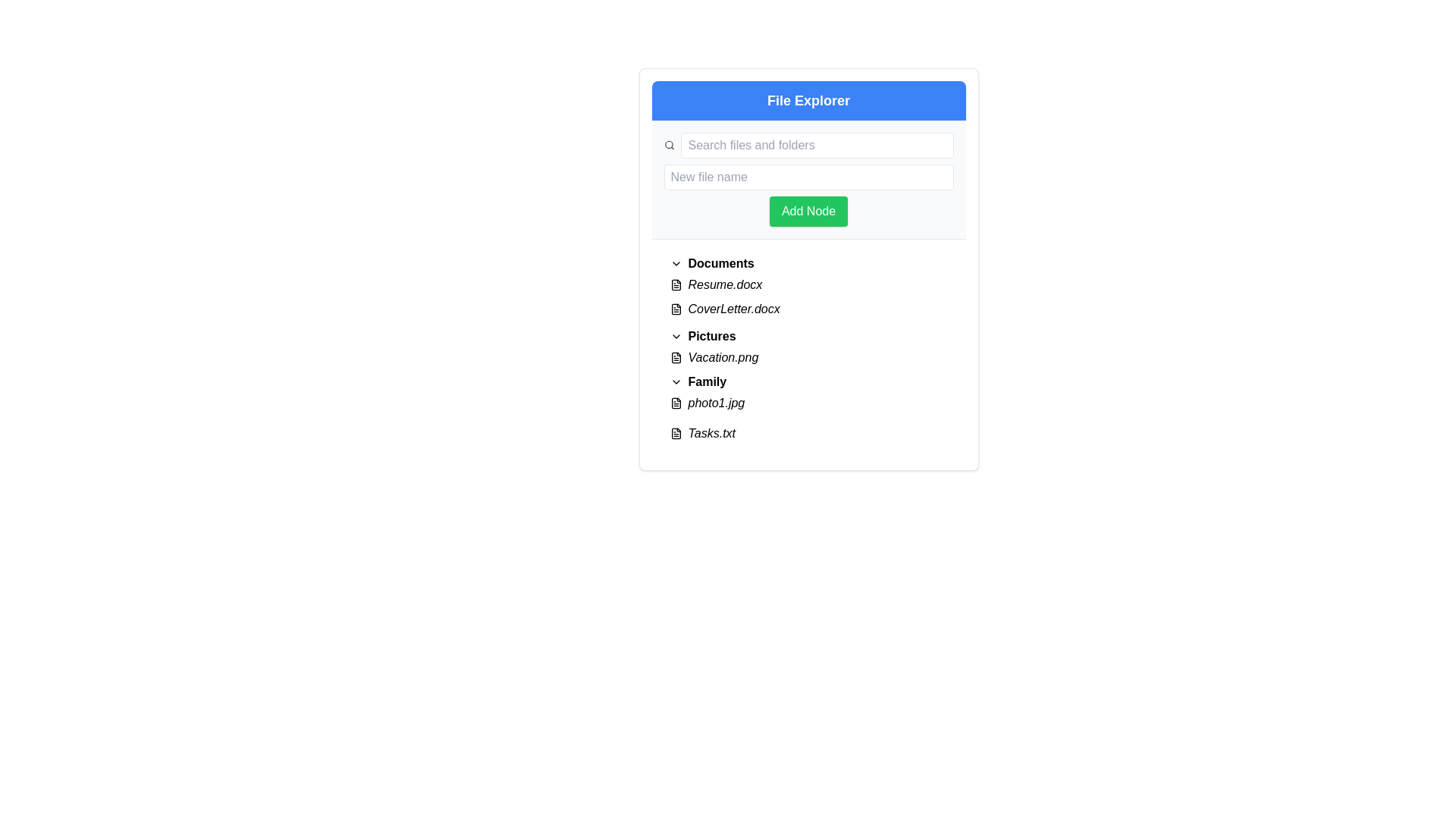 The width and height of the screenshot is (1456, 819). What do you see at coordinates (715, 403) in the screenshot?
I see `the text label representing the file name 'photo1.jpg' in the 'Family' folder of the file explorer interface` at bounding box center [715, 403].